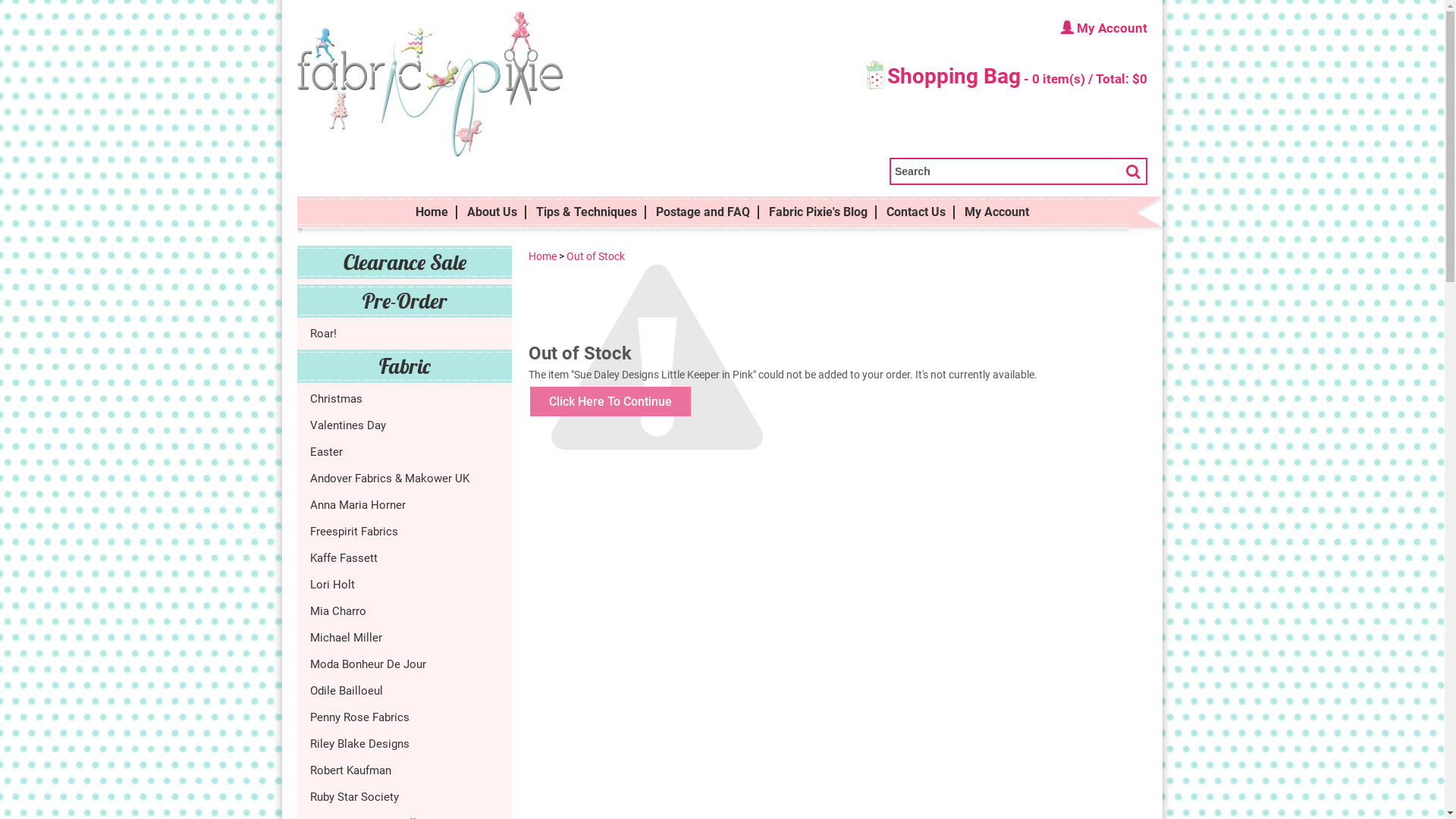  Describe the element at coordinates (404, 770) in the screenshot. I see `'Robert Kaufman'` at that location.